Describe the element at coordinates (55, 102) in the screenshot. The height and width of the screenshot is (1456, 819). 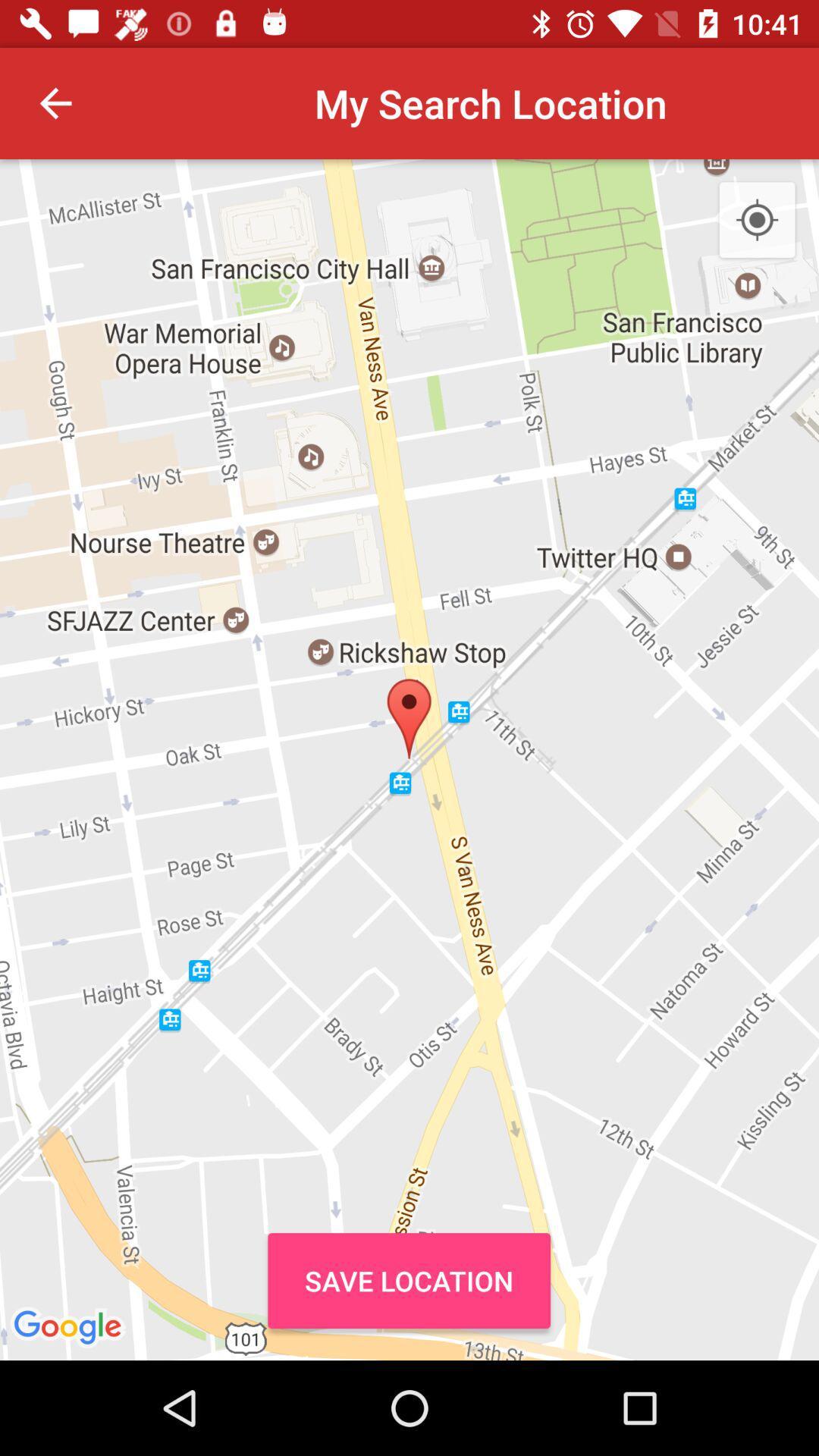
I see `icon at the top left corner` at that location.